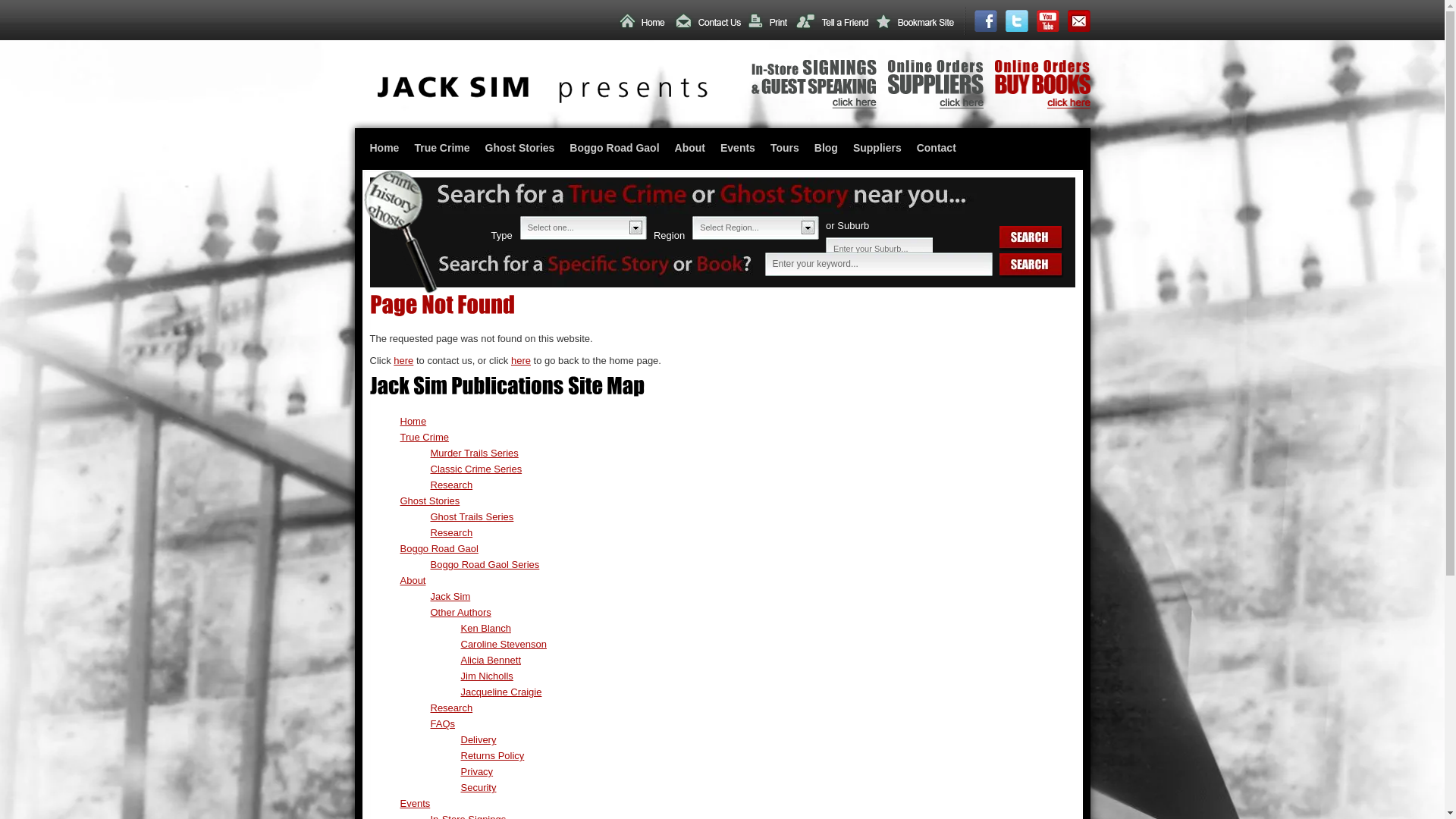 Image resolution: width=1456 pixels, height=819 pixels. Describe the element at coordinates (689, 149) in the screenshot. I see `'About'` at that location.